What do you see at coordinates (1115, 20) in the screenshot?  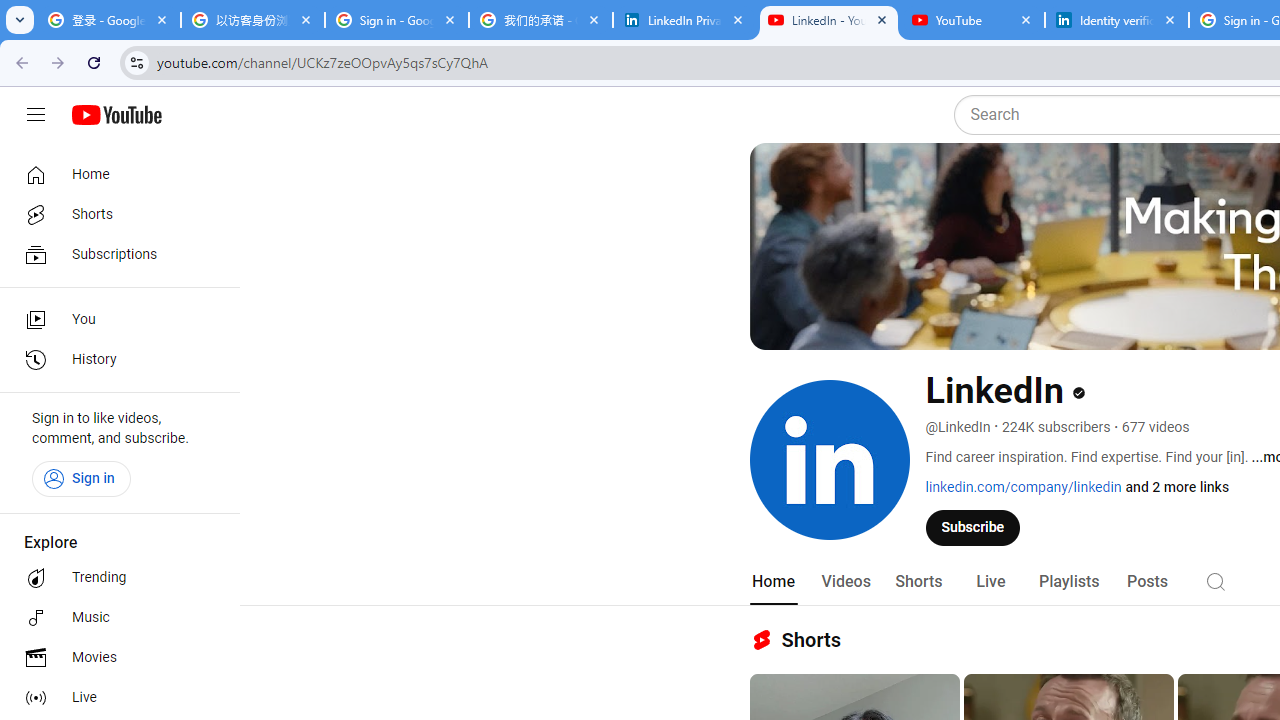 I see `'Identity verification via Persona | LinkedIn Help'` at bounding box center [1115, 20].